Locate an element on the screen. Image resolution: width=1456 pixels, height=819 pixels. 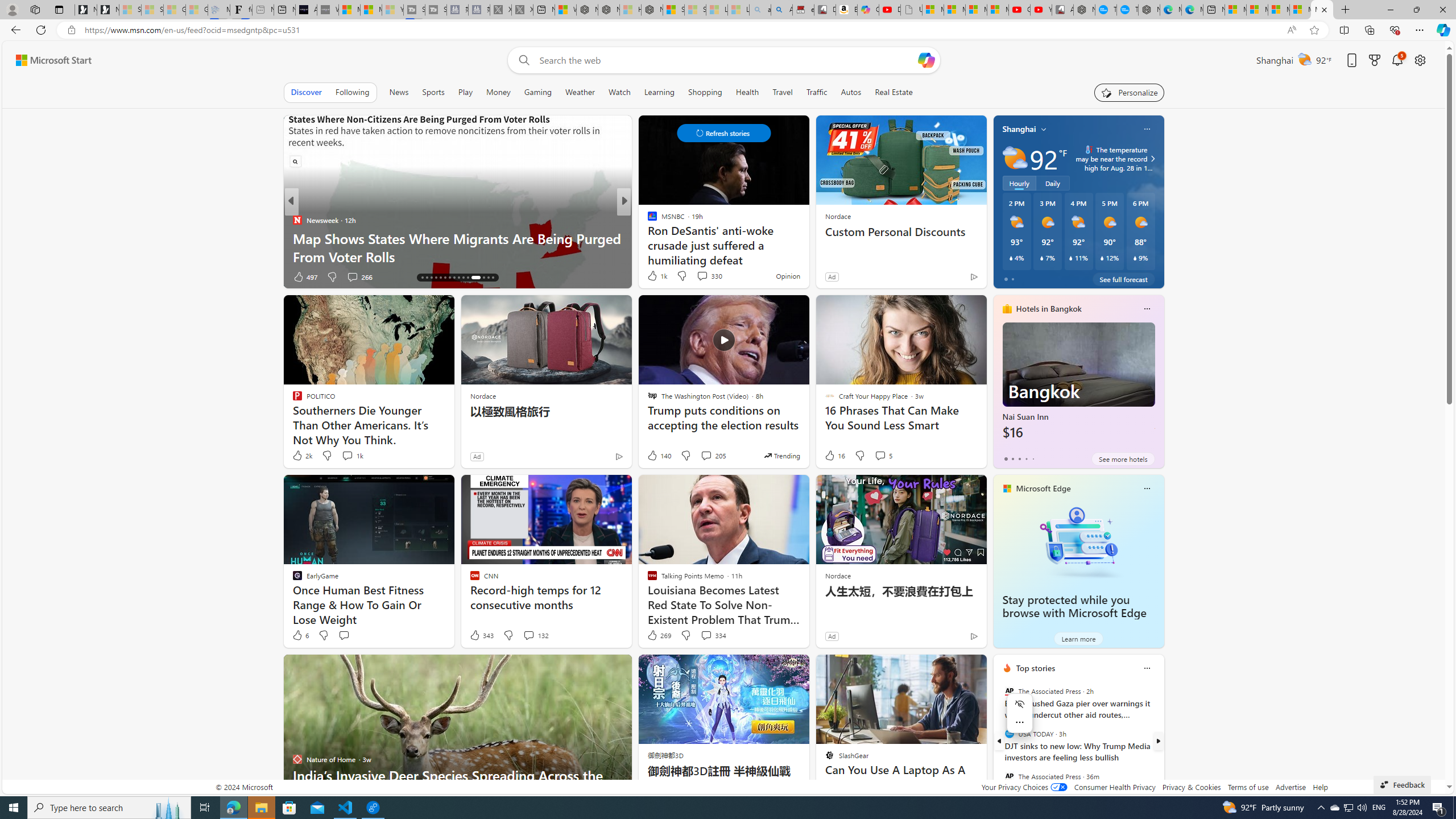
'269 Like' is located at coordinates (658, 634).